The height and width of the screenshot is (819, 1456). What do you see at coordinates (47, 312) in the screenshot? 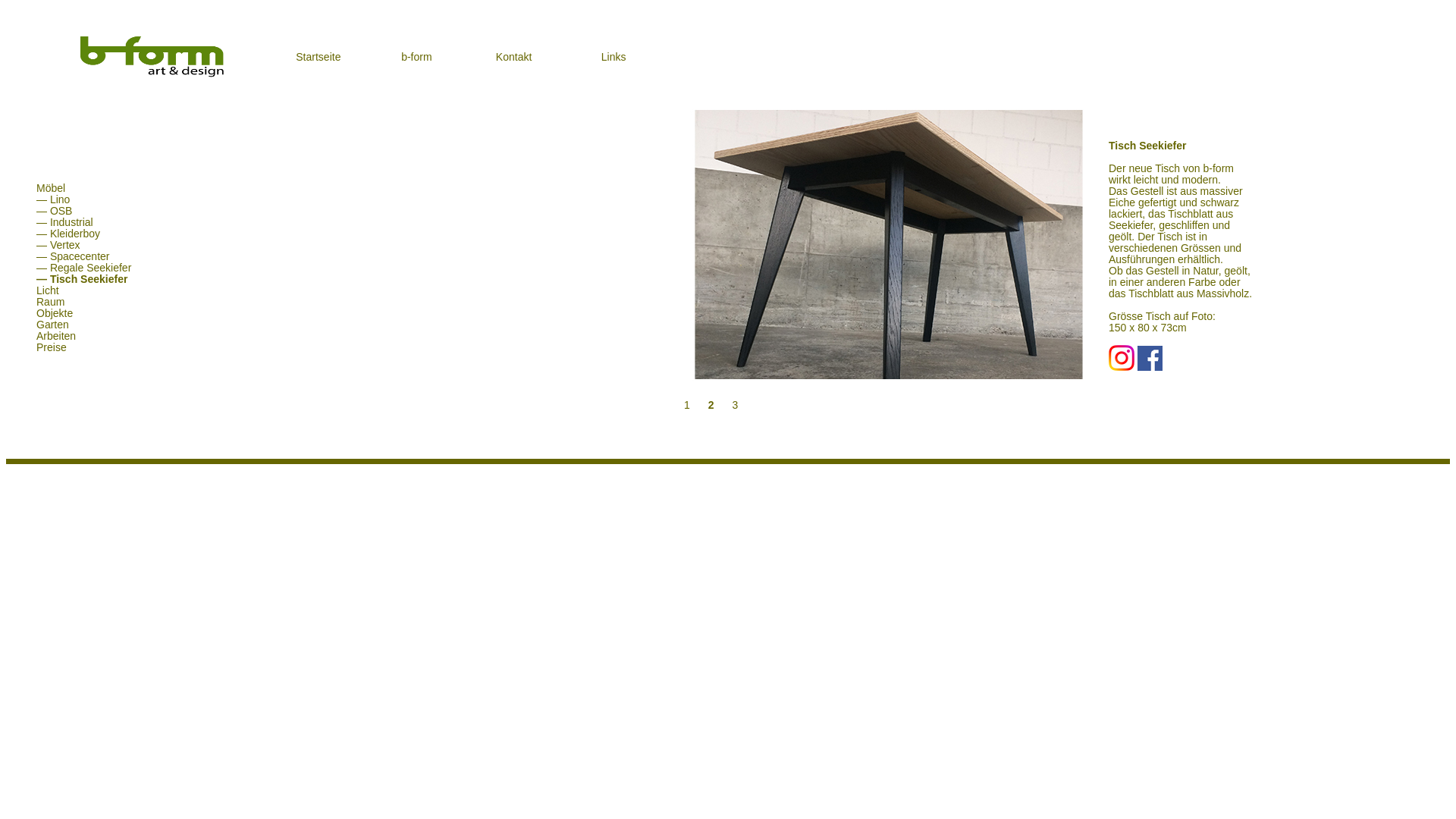
I see `'Objekte'` at bounding box center [47, 312].